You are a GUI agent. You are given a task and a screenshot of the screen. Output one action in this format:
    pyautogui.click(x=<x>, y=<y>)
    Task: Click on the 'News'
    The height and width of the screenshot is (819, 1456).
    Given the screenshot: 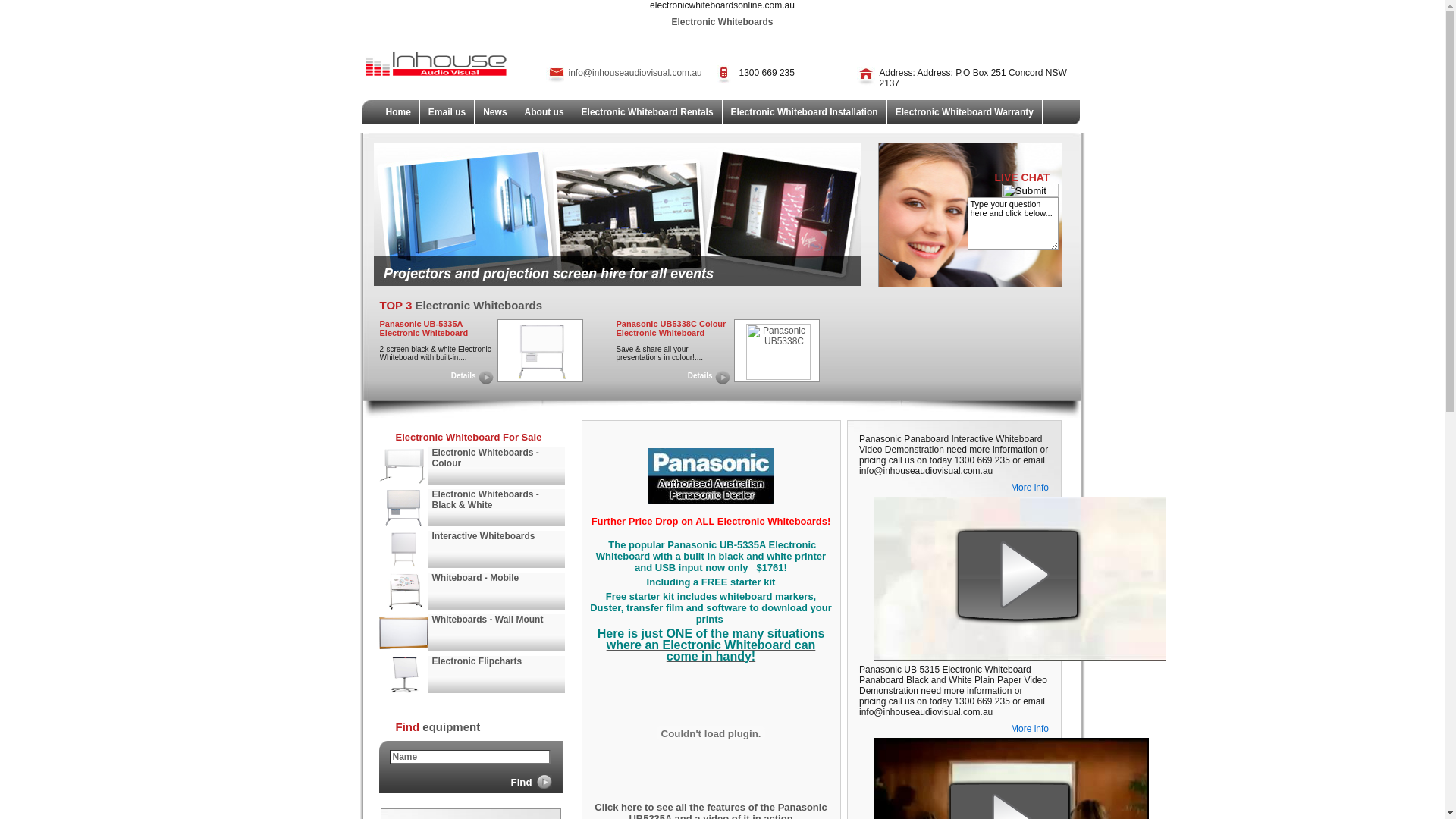 What is the action you would take?
    pyautogui.click(x=494, y=111)
    